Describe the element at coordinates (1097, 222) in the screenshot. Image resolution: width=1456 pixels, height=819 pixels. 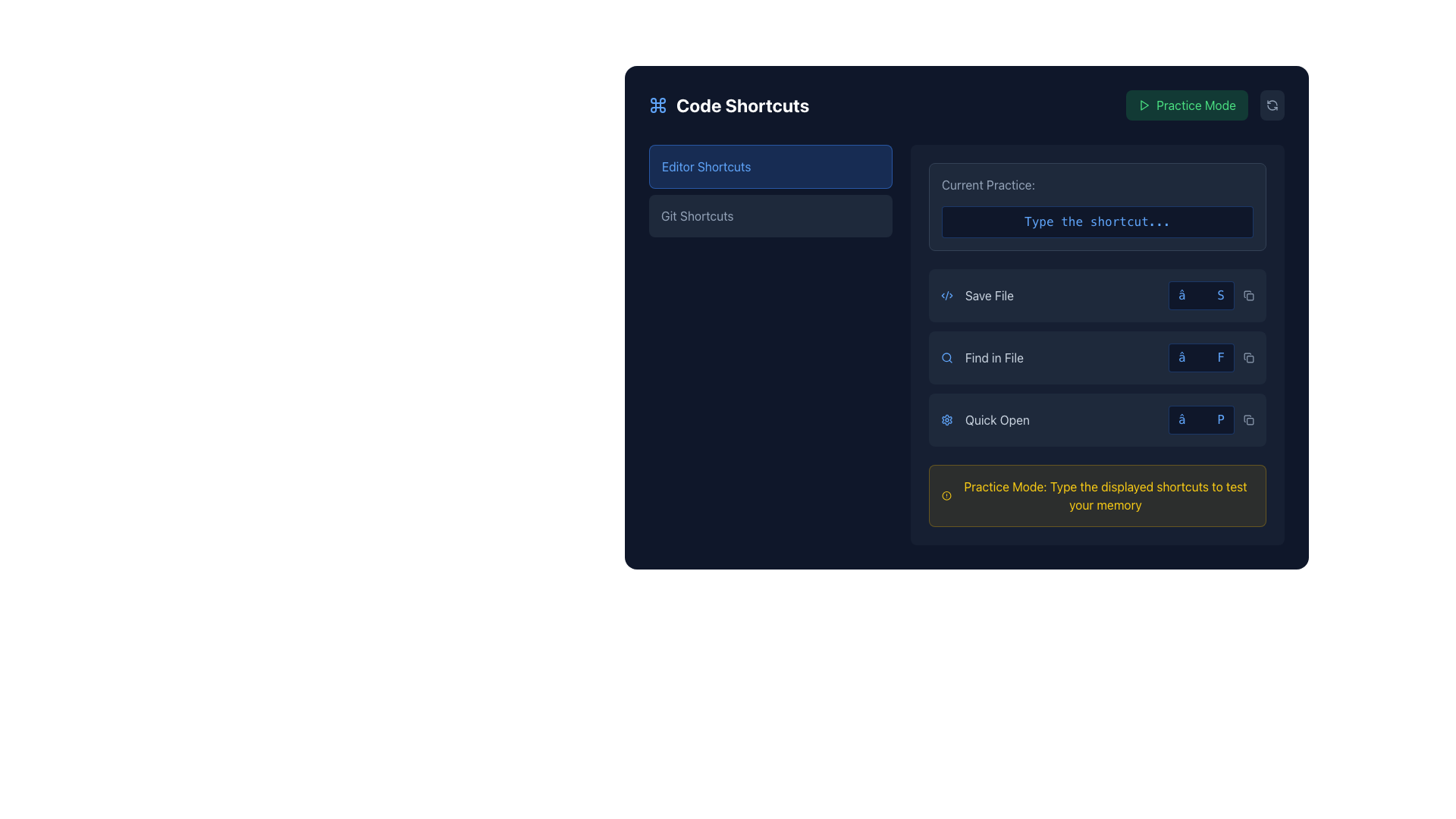
I see `on the text field with placeholder text located in the 'Current Practice:' section` at that location.